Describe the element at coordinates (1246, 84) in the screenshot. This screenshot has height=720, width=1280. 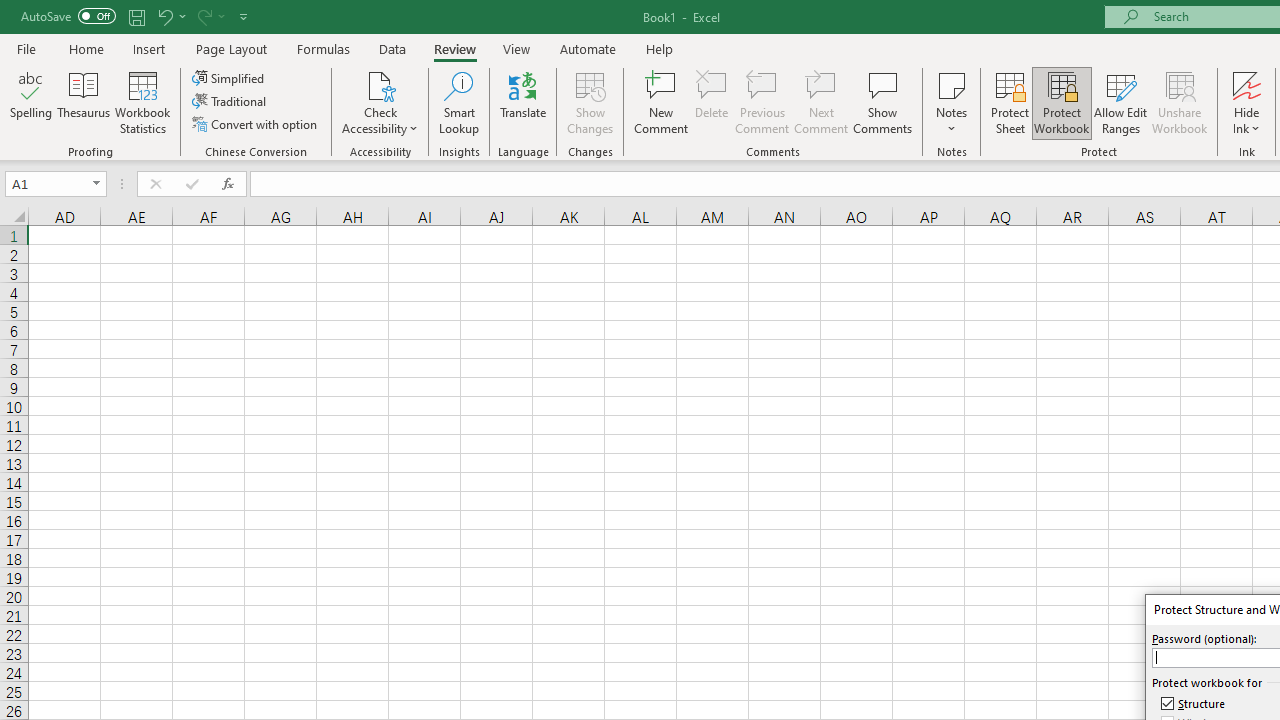
I see `'Hide Ink'` at that location.